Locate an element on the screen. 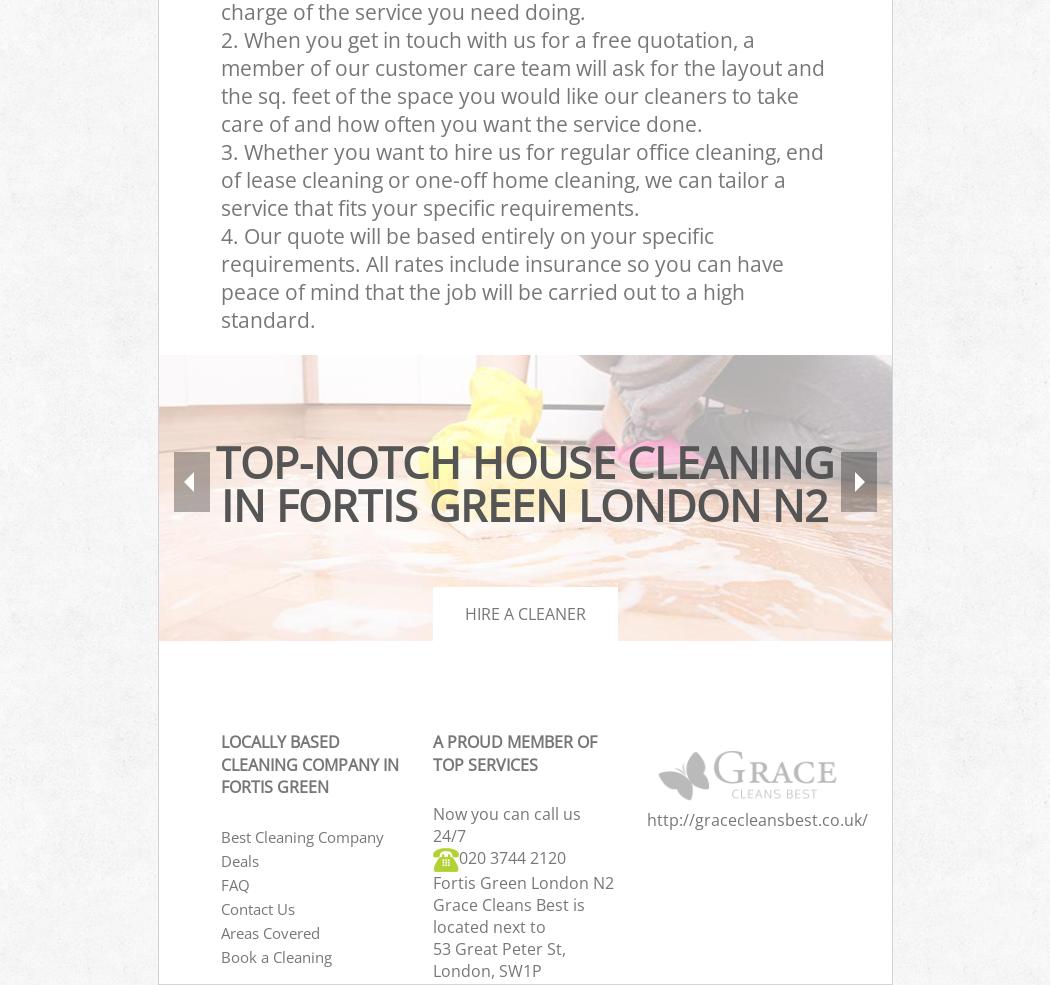 Image resolution: width=1050 pixels, height=985 pixels. '‎020 3744 2120' is located at coordinates (511, 856).